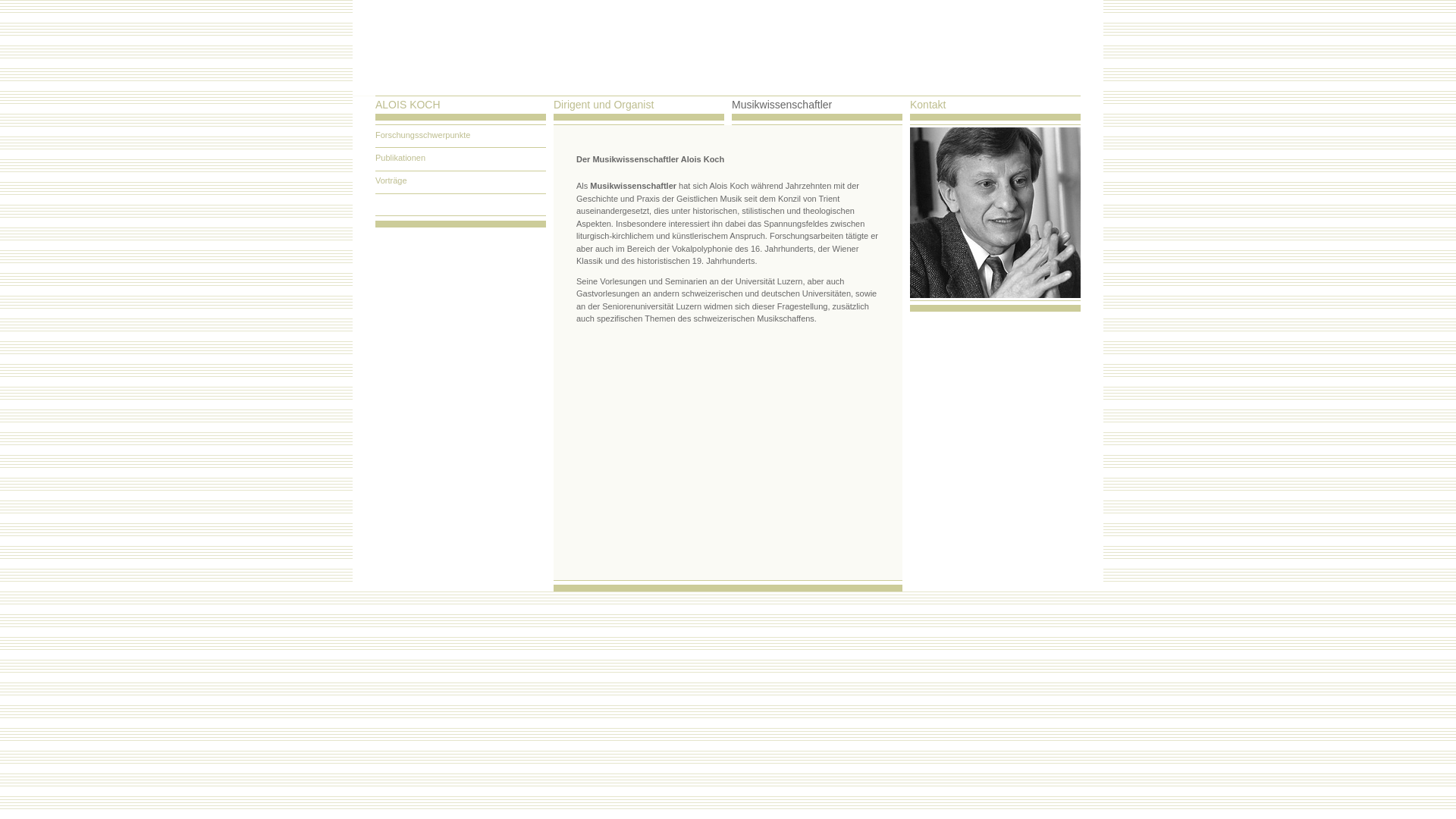 The image size is (1456, 819). What do you see at coordinates (407, 105) in the screenshot?
I see `'ALOIS KOCH'` at bounding box center [407, 105].